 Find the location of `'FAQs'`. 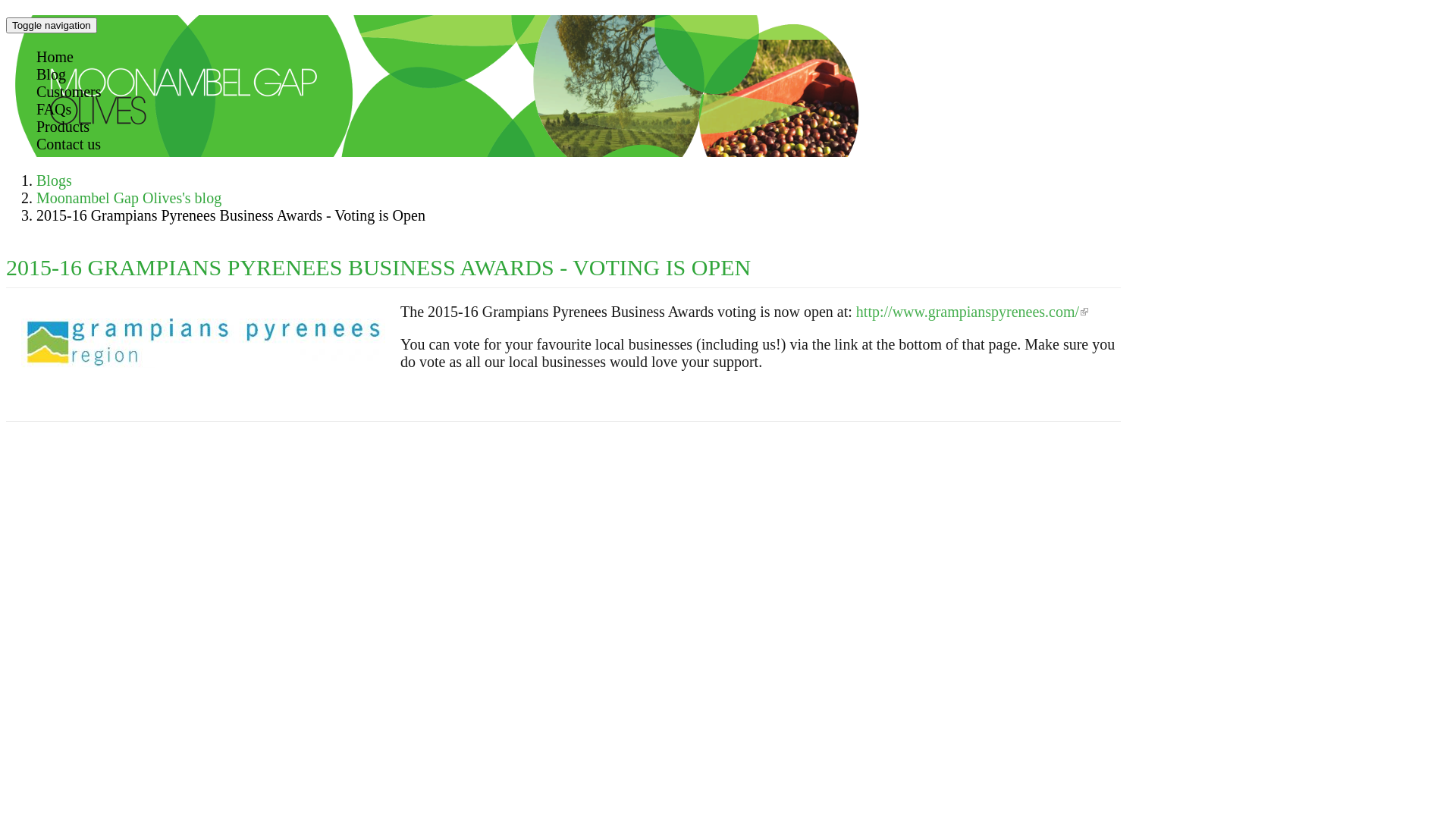

'FAQs' is located at coordinates (54, 108).